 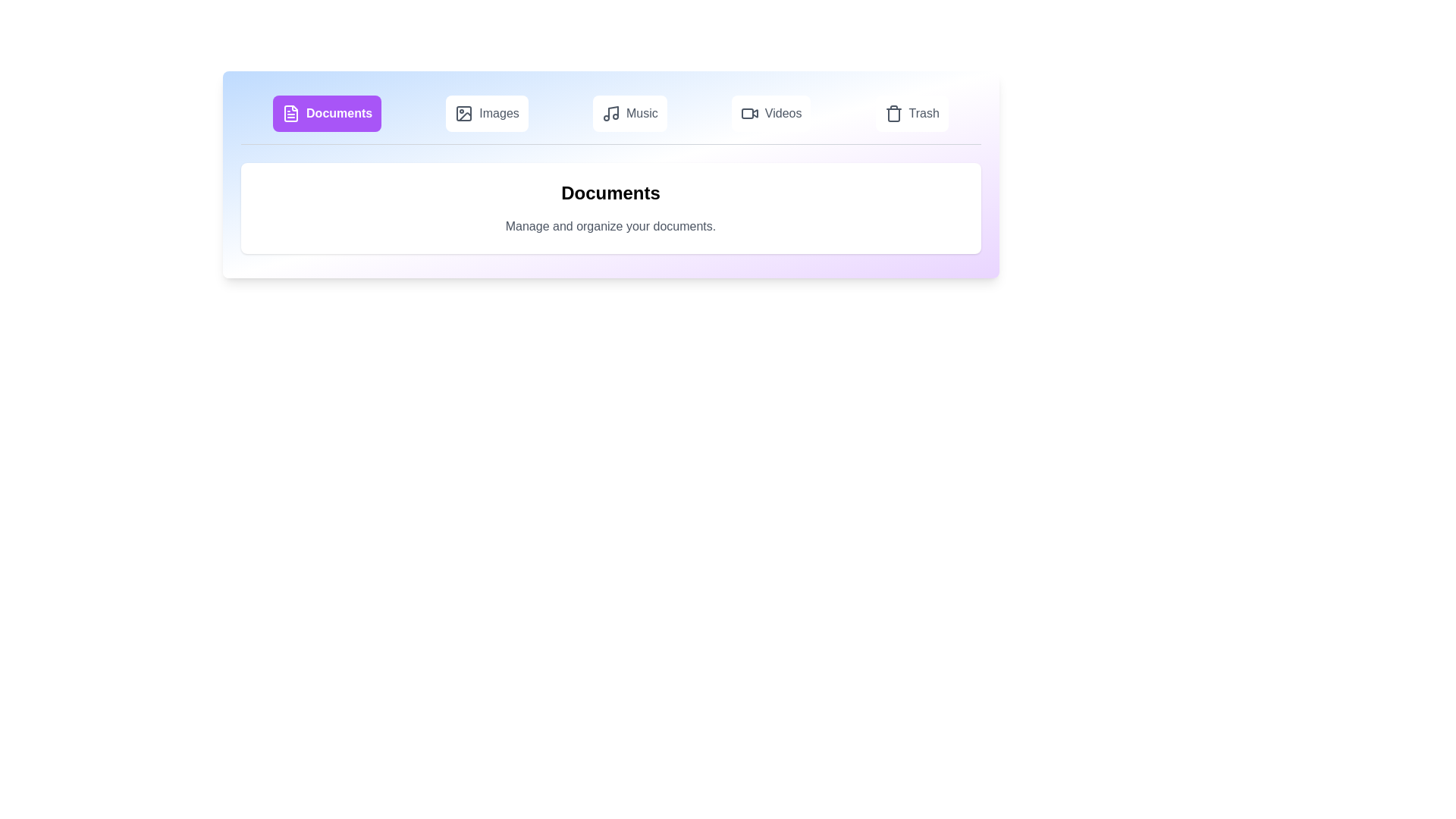 I want to click on the Trash tab to view its contents, so click(x=911, y=113).